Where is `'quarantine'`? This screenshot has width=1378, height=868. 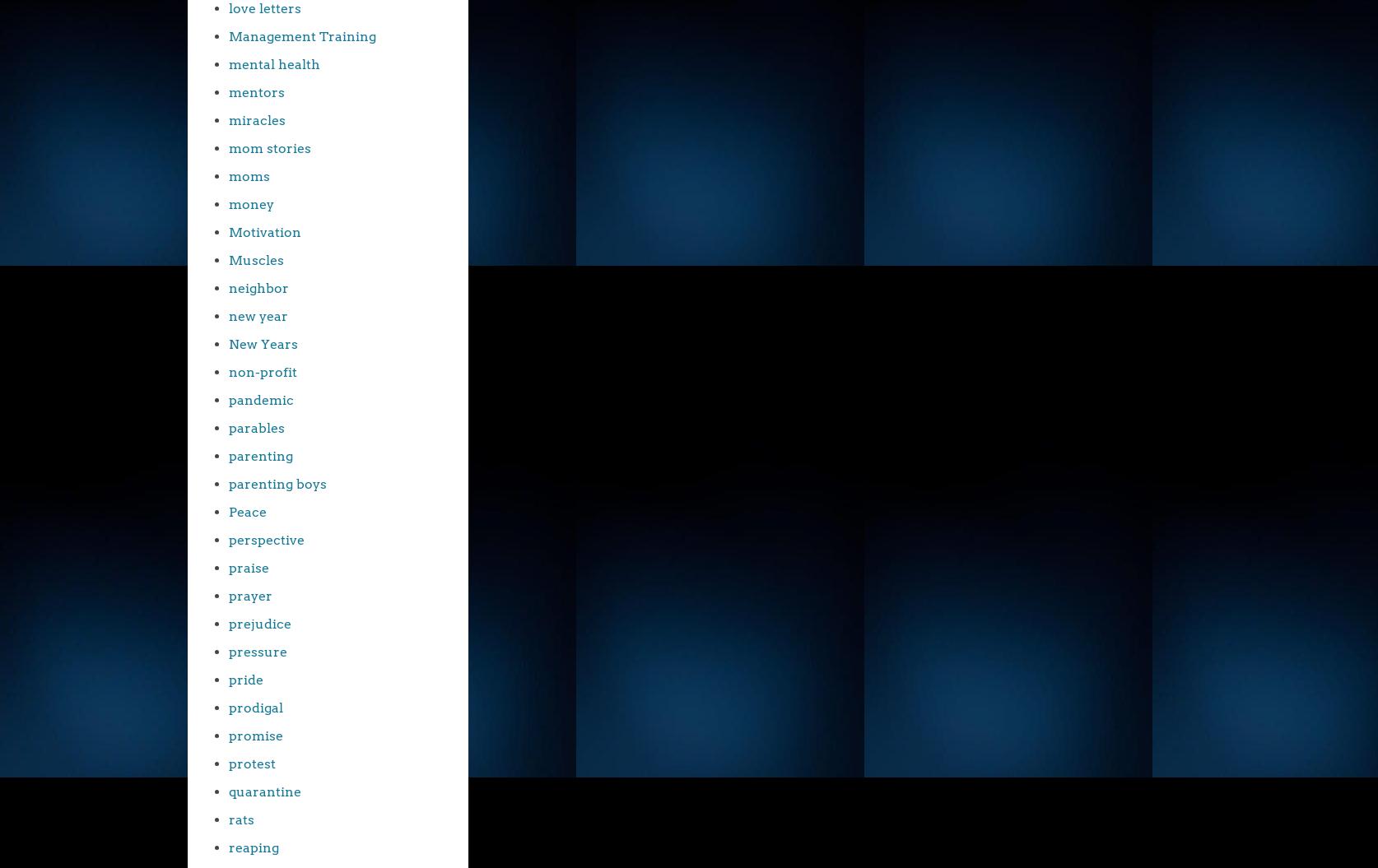
'quarantine' is located at coordinates (265, 791).